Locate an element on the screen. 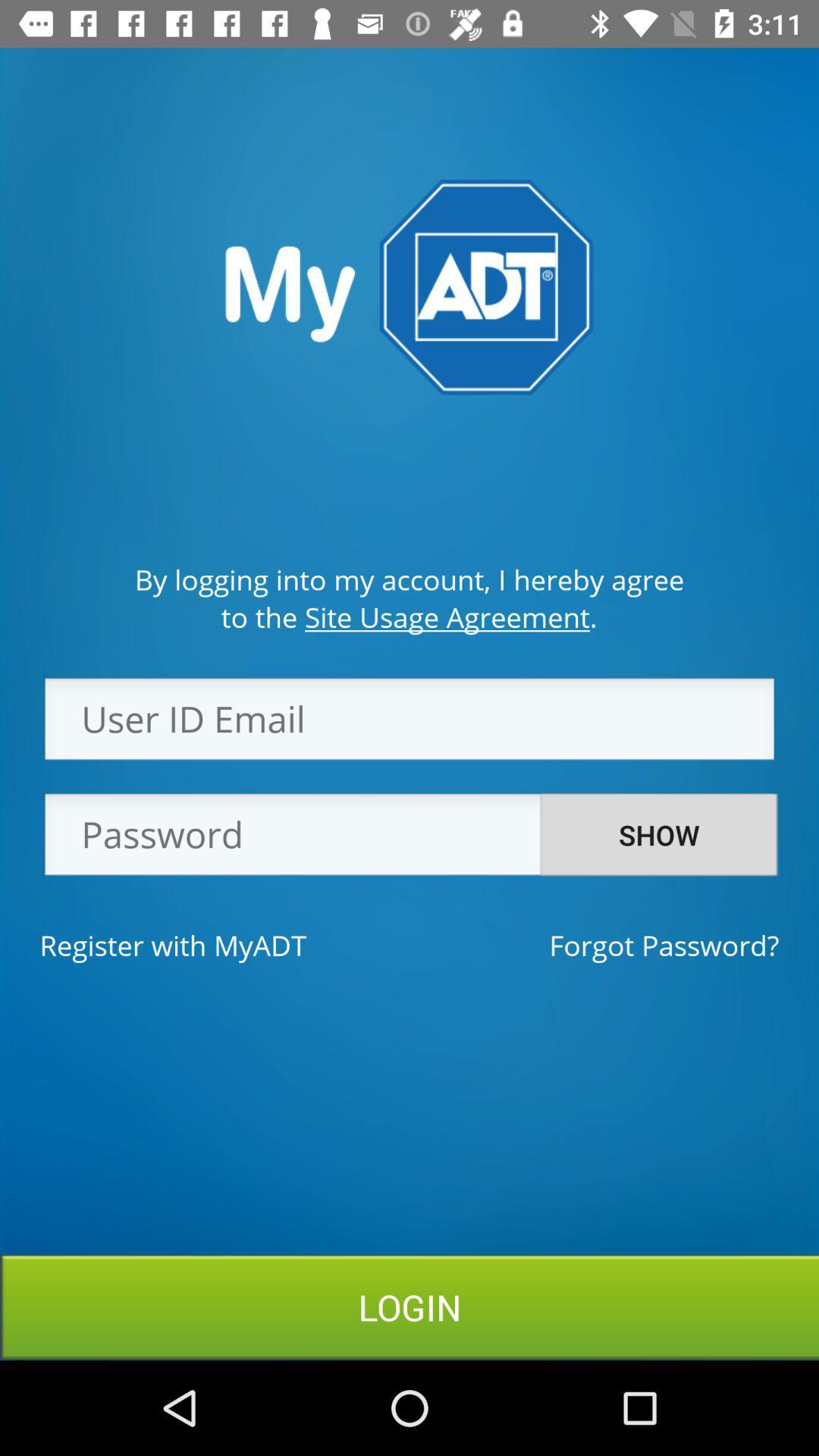 The width and height of the screenshot is (819, 1456). the to the site icon is located at coordinates (408, 617).